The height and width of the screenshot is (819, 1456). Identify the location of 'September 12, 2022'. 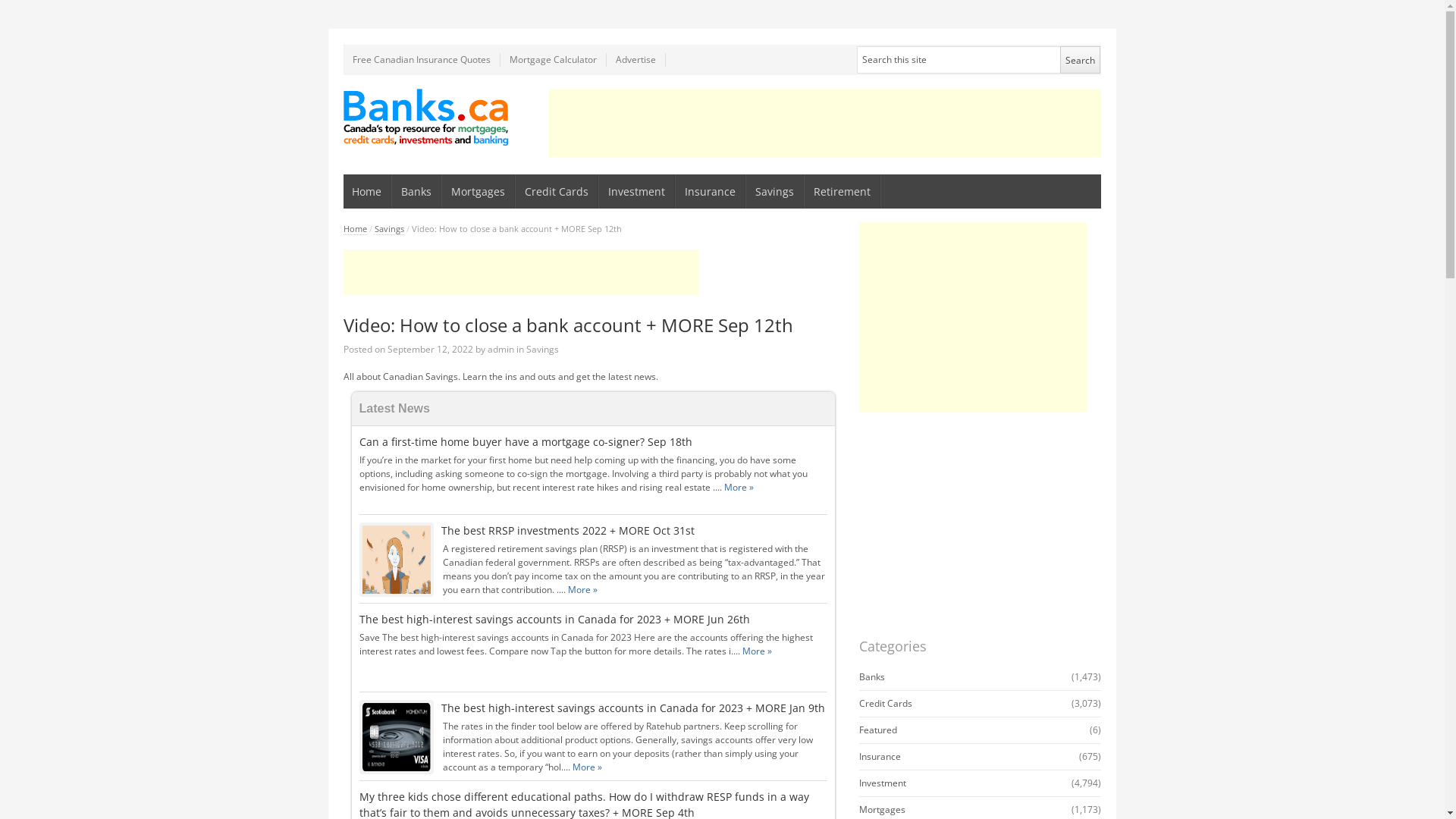
(428, 349).